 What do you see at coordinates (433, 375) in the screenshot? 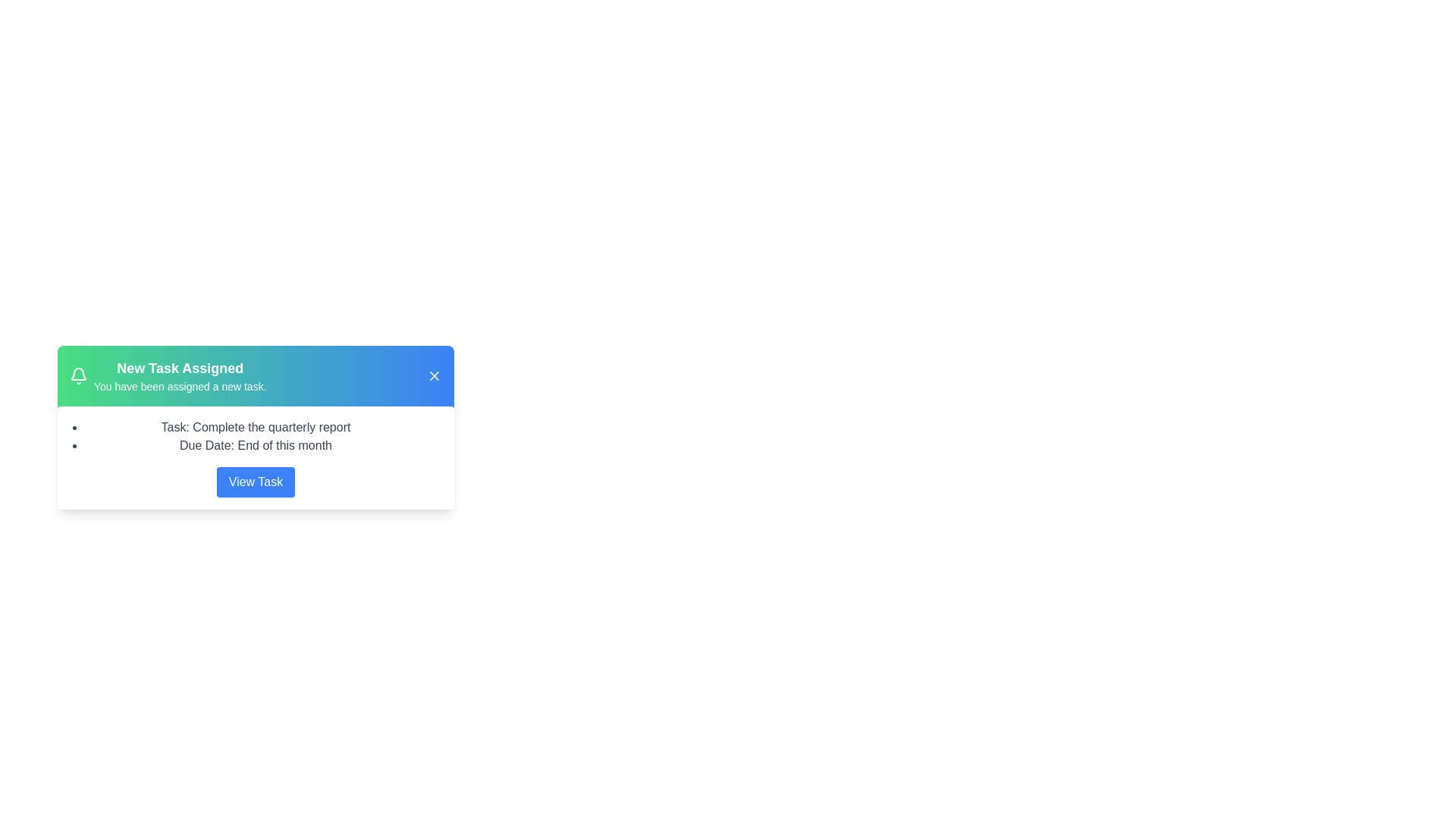
I see `the close button to dismiss the alert` at bounding box center [433, 375].